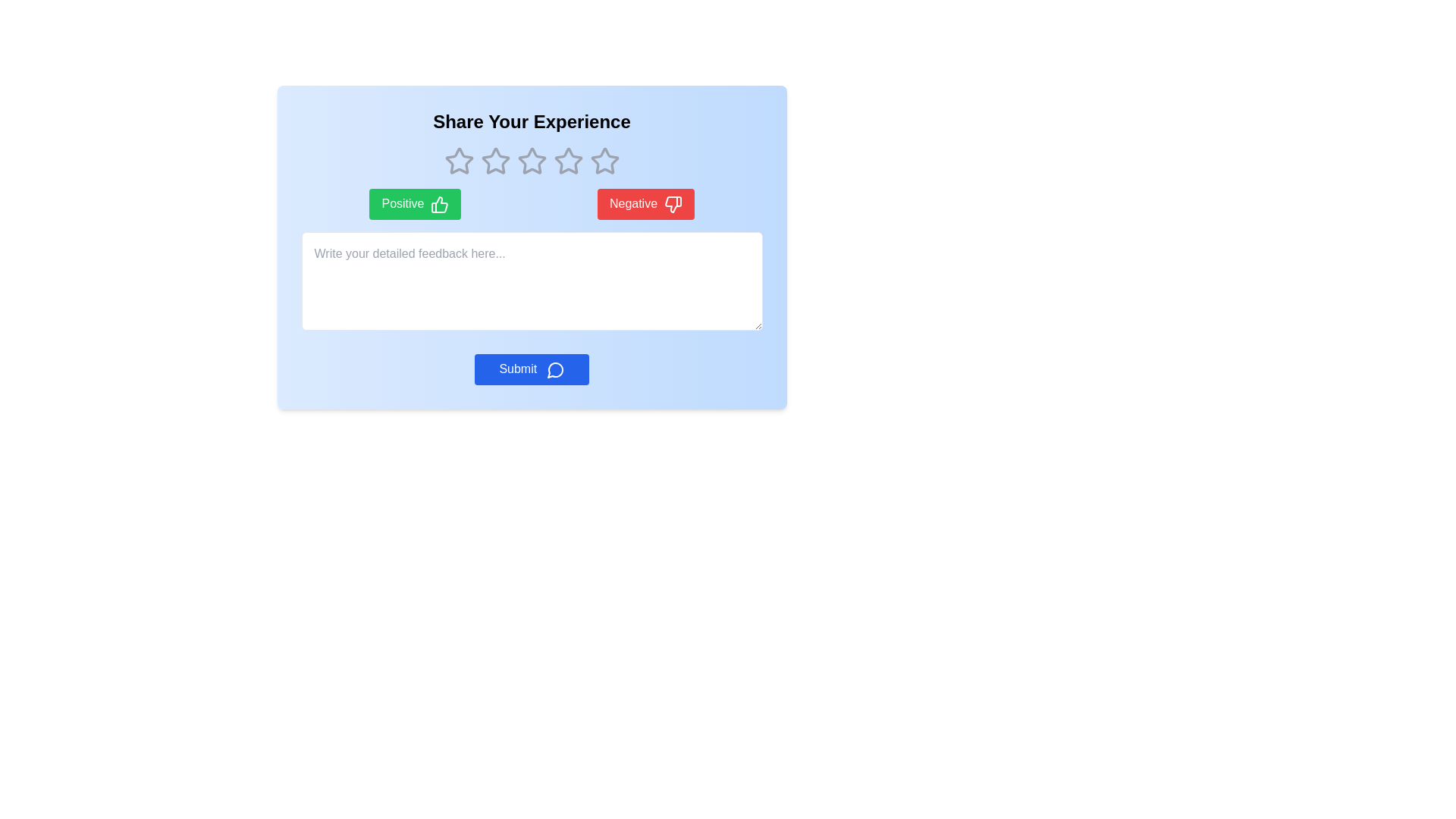  I want to click on the circular speech bubble icon located towards the right end of the blue 'Submit' button at the bottom center of the interface, so click(554, 369).